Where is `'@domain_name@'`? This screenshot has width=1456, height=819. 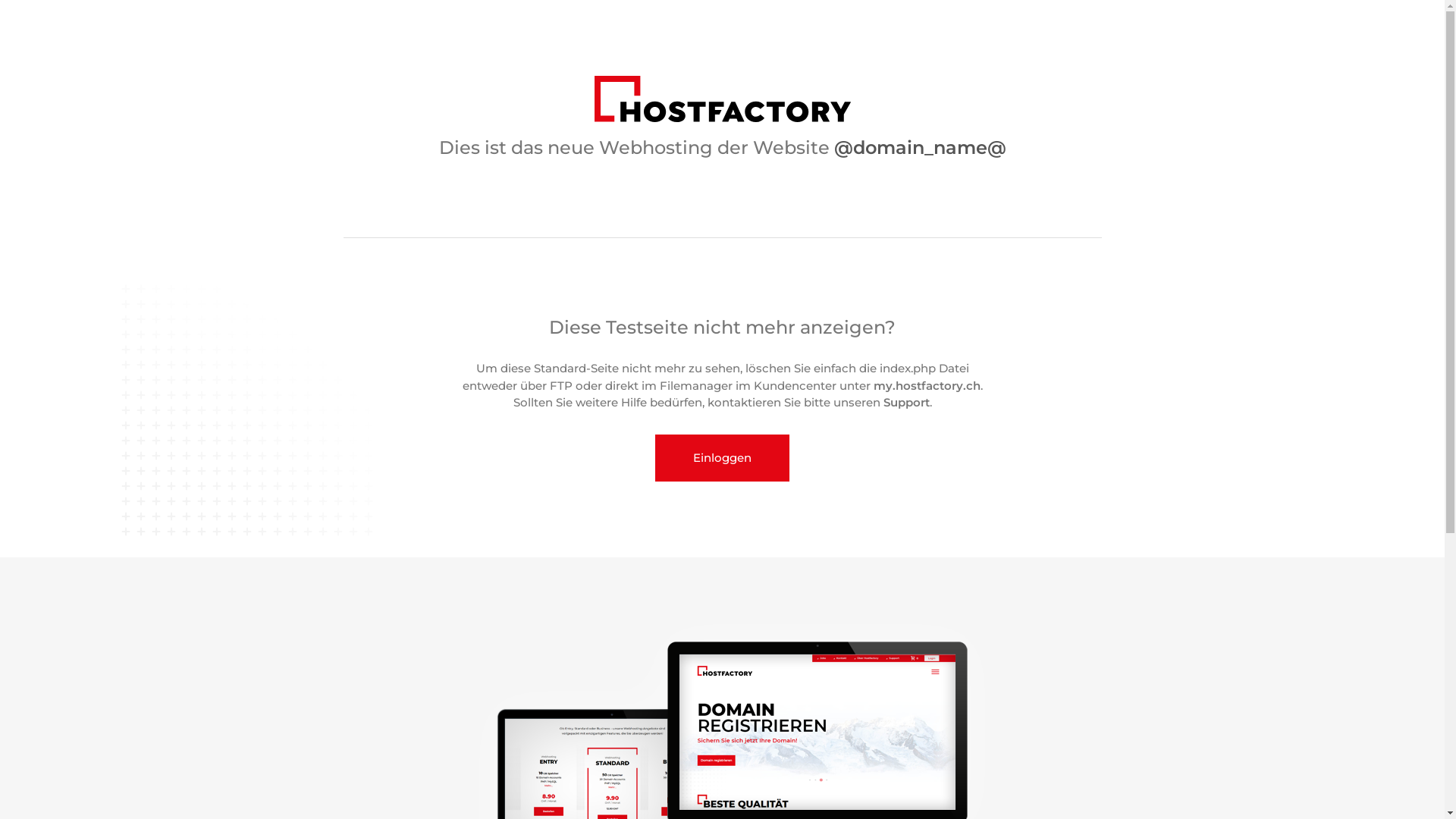
'@domain_name@' is located at coordinates (919, 147).